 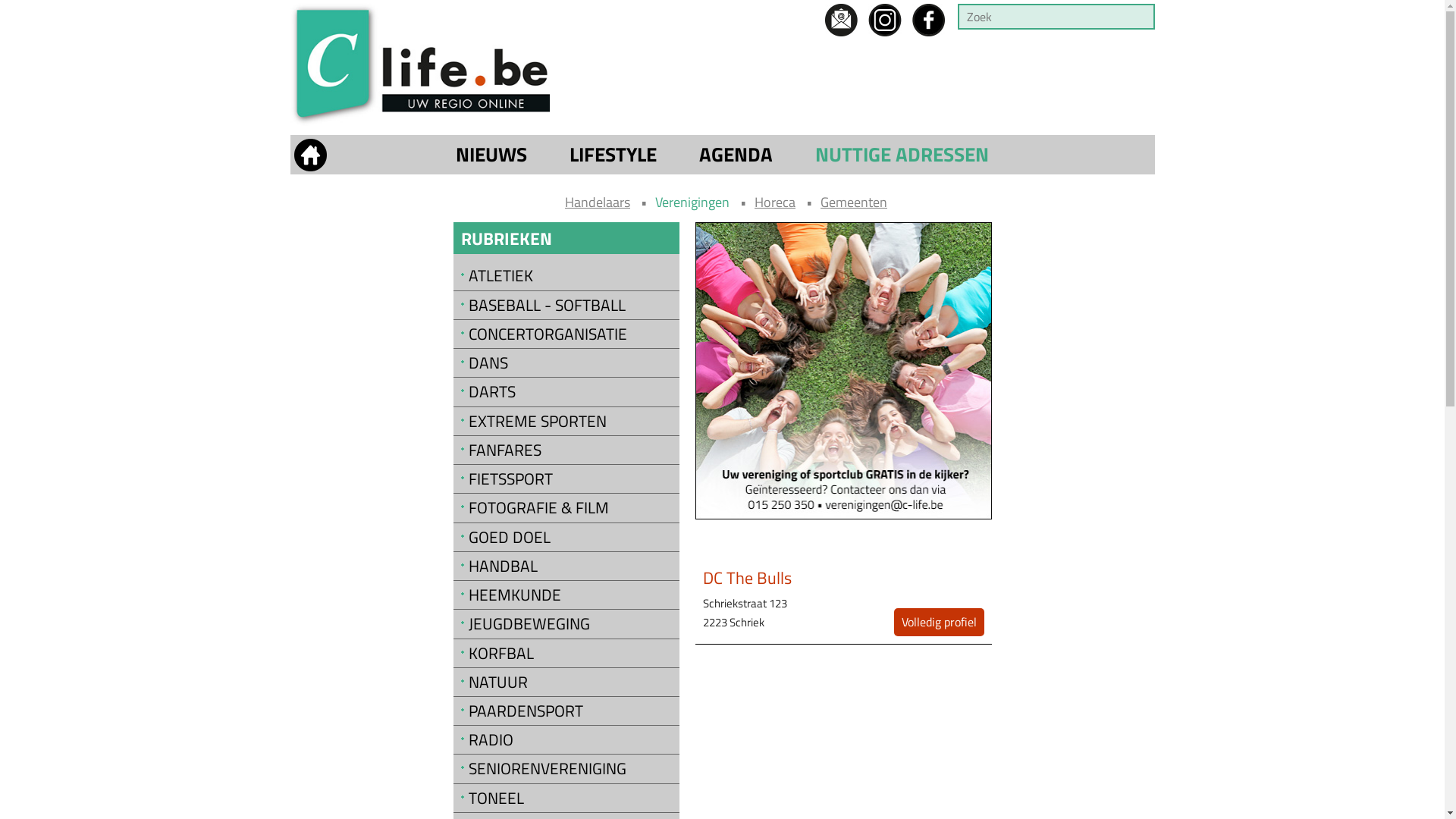 I want to click on 'HANDBAL', so click(x=570, y=566).